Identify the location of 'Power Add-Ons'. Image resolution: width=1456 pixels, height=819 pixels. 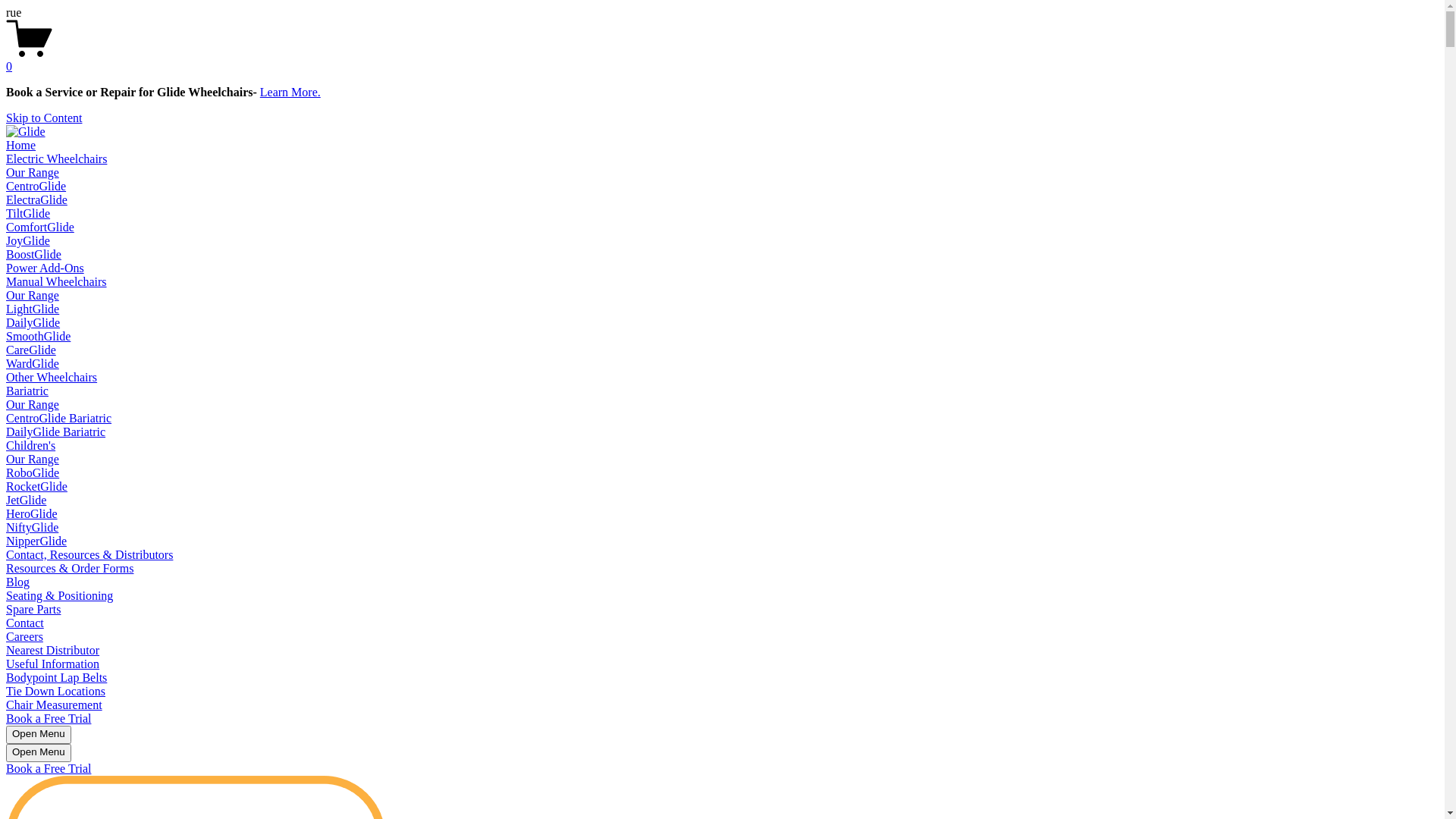
(45, 267).